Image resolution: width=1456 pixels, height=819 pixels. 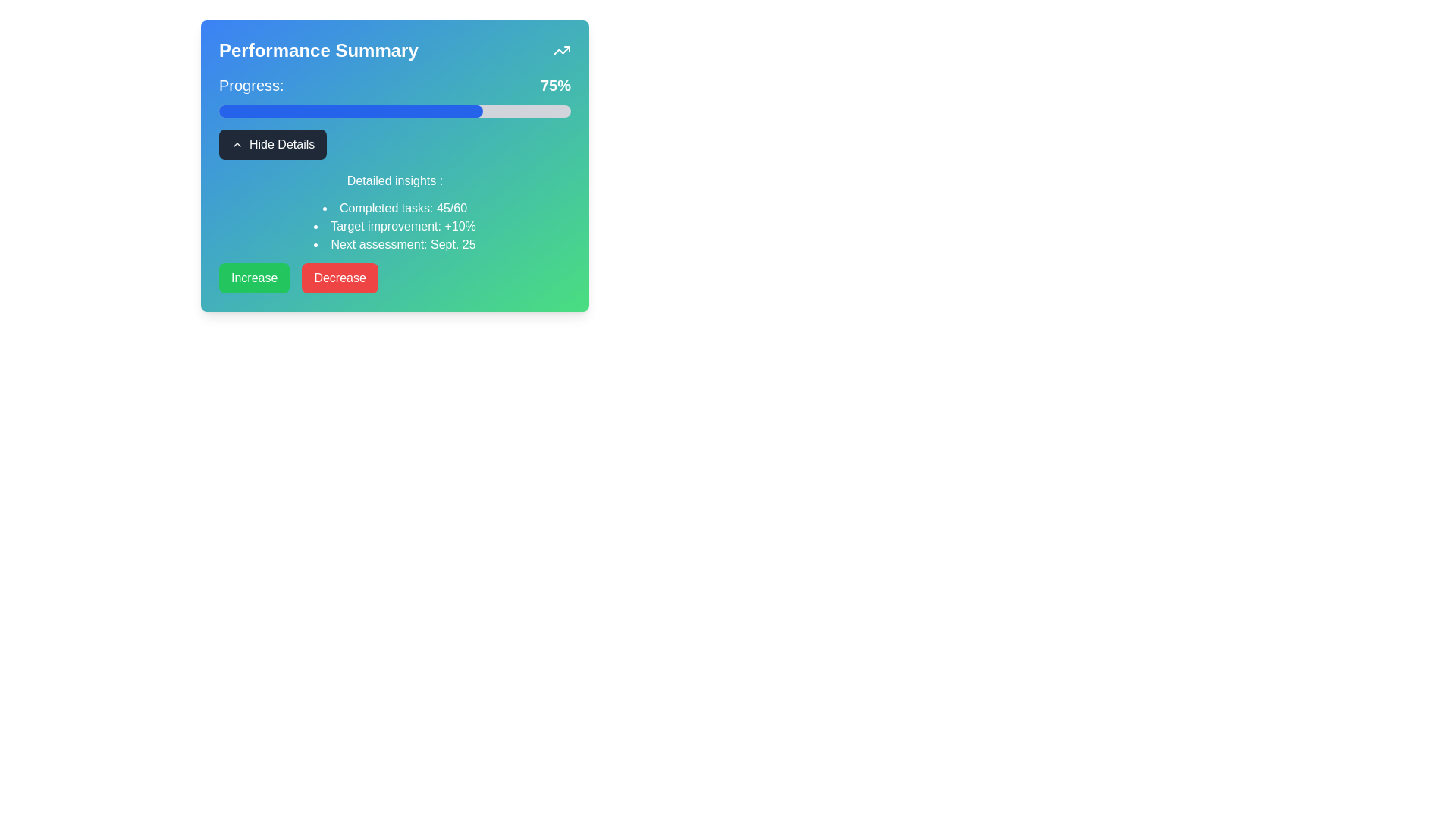 What do you see at coordinates (395, 227) in the screenshot?
I see `the bullet list displaying performance metrics, which includes 'Completed tasks: 45/60', 'Target improvement: +10%', and 'Next assessment: Sept. 25'` at bounding box center [395, 227].